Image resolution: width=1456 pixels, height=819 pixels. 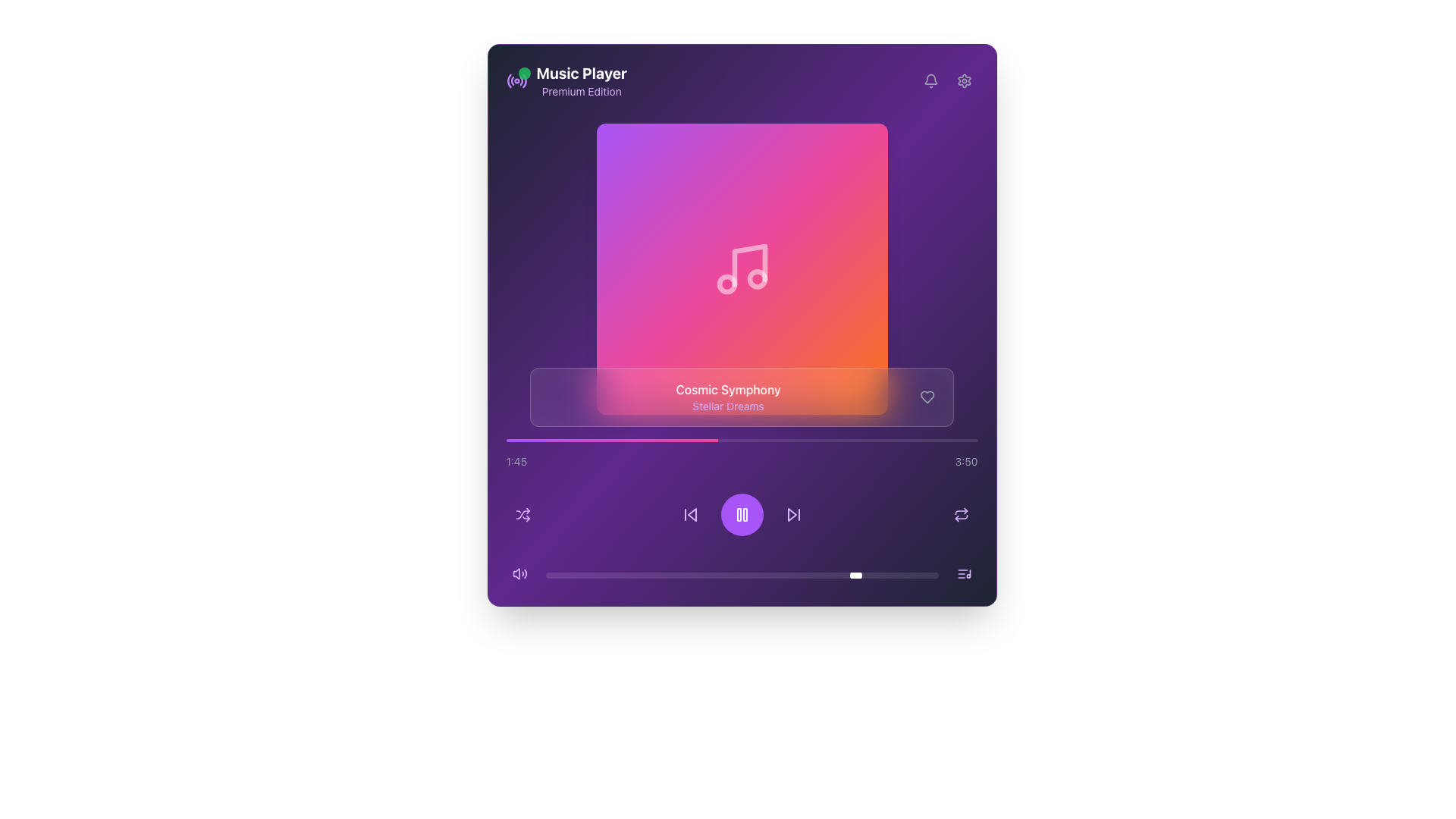 What do you see at coordinates (694, 576) in the screenshot?
I see `the slider` at bounding box center [694, 576].